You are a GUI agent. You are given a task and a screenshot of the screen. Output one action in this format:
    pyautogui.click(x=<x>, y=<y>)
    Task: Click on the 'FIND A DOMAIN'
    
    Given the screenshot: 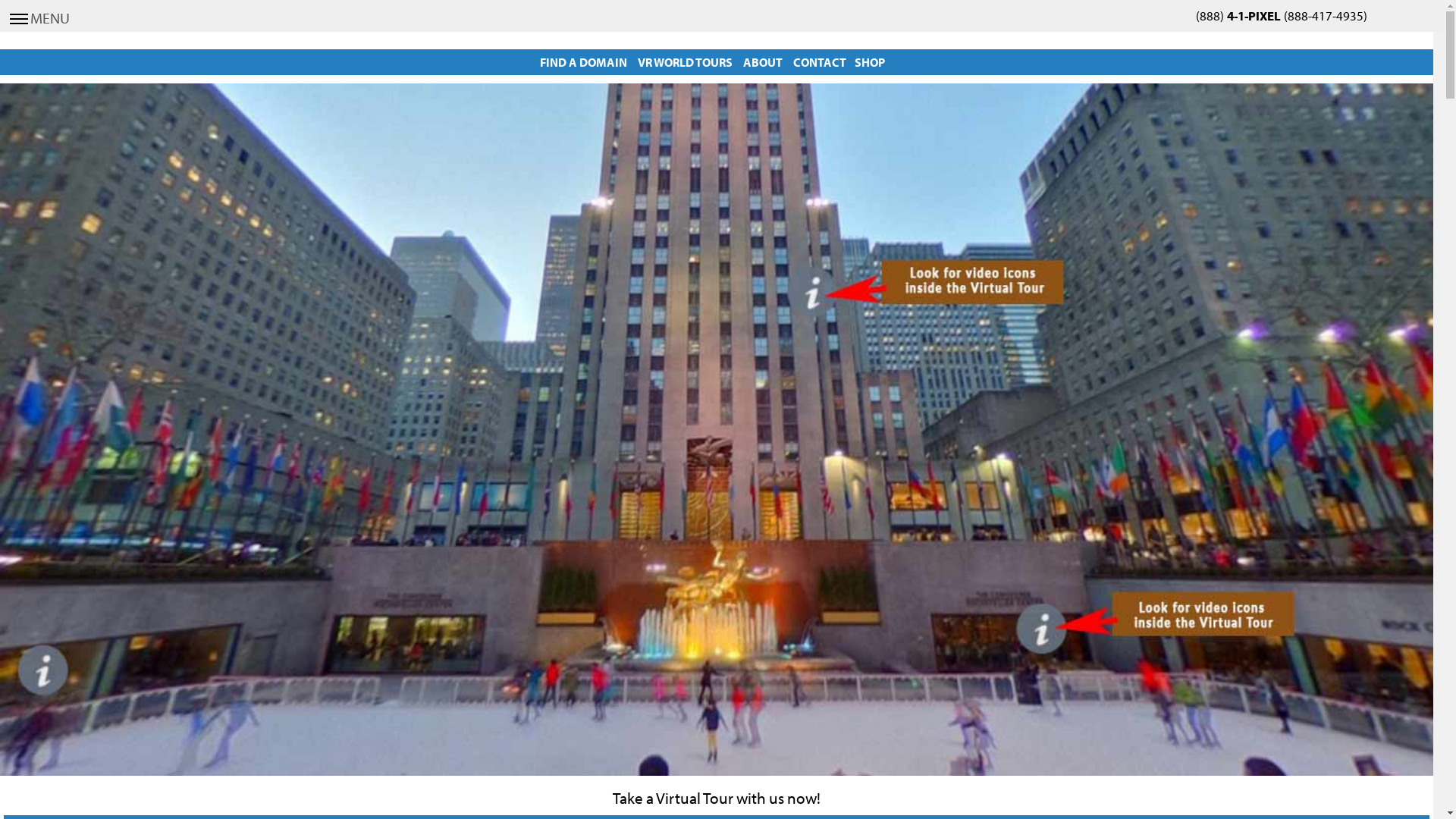 What is the action you would take?
    pyautogui.click(x=582, y=61)
    